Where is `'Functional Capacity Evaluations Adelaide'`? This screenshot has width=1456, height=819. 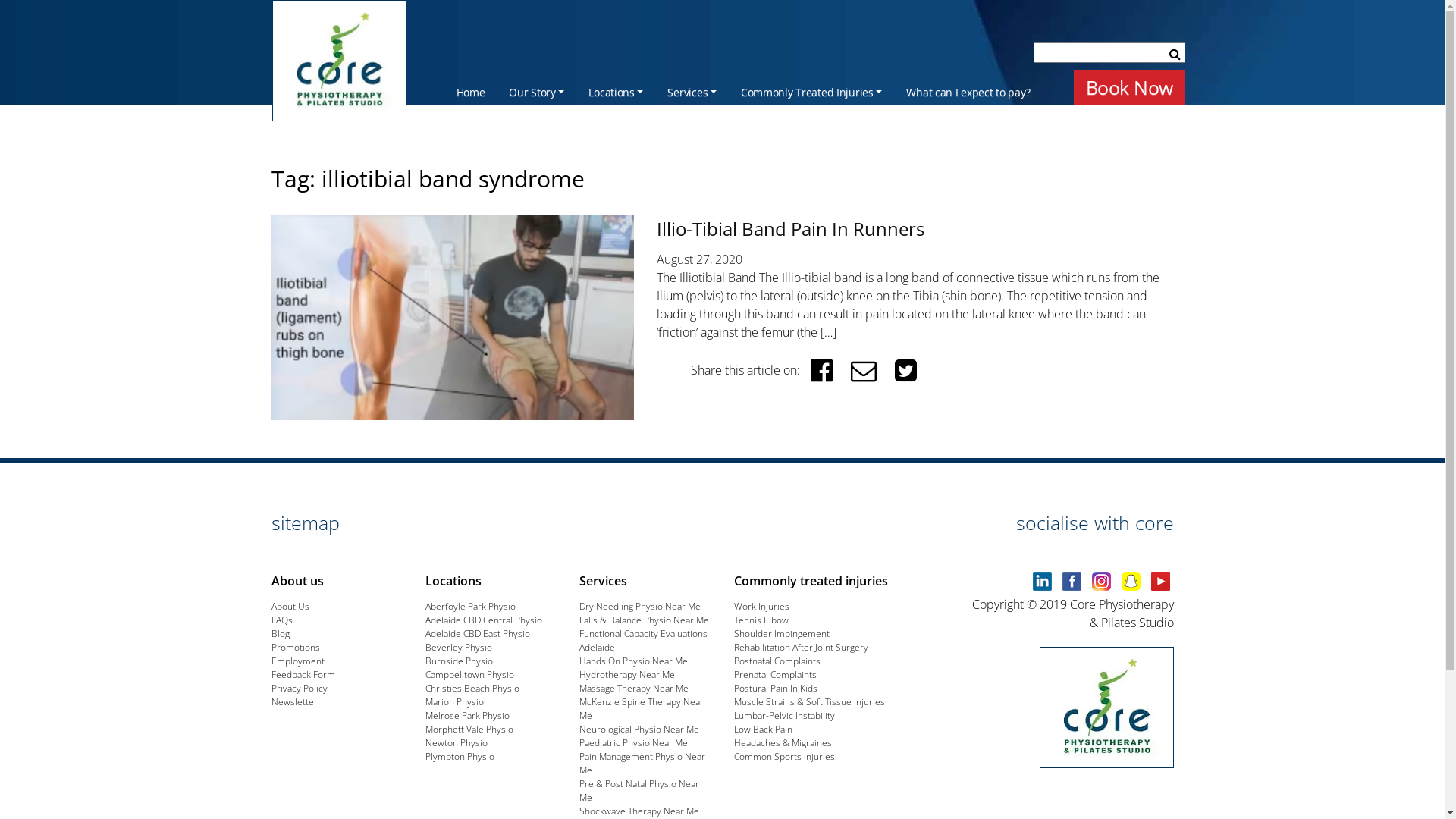
'Functional Capacity Evaluations Adelaide' is located at coordinates (643, 640).